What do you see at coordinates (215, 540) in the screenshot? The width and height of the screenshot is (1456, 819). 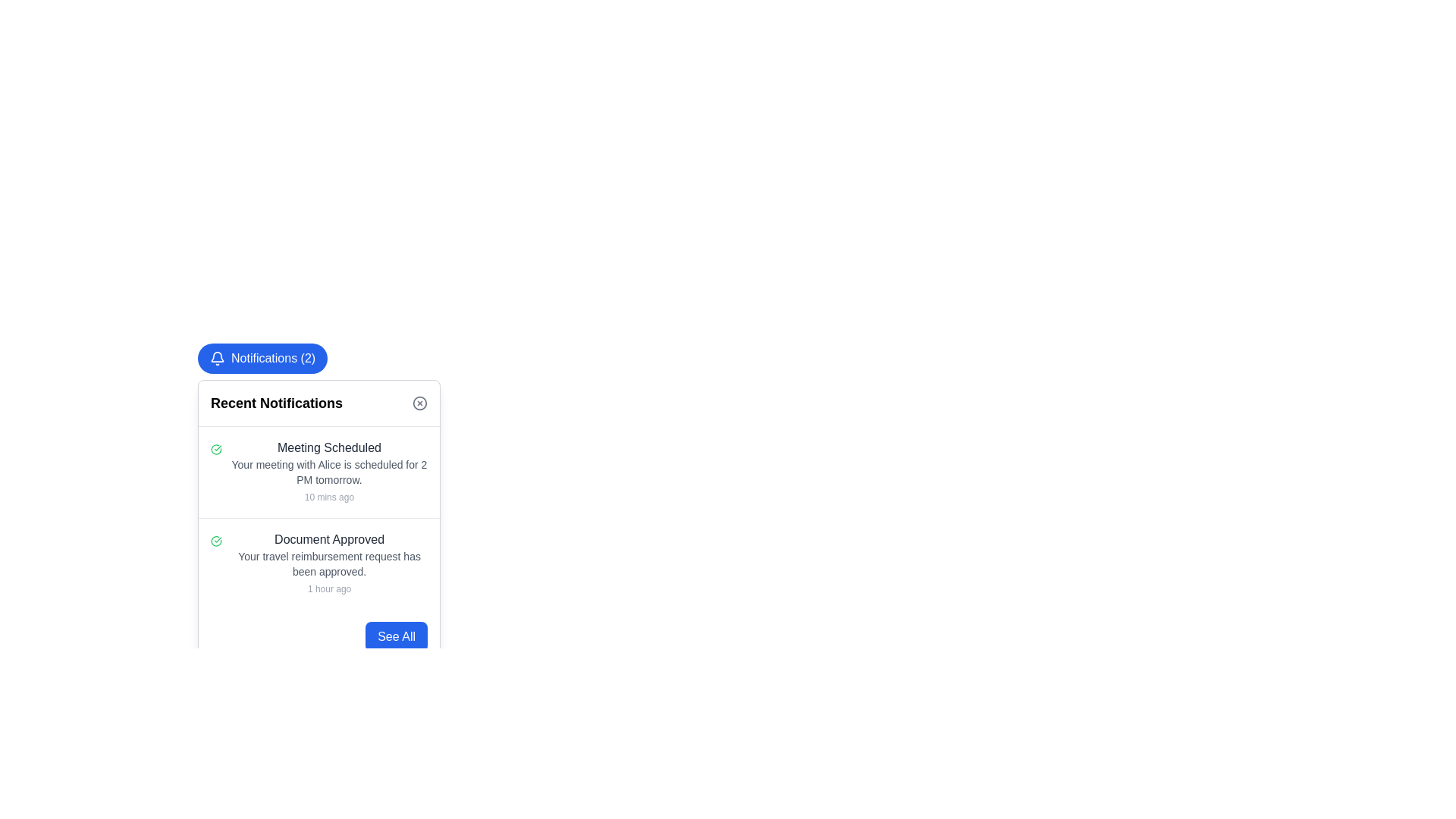 I see `the circular checkmark icon that indicates success or approval for the 'Document Approved' message` at bounding box center [215, 540].